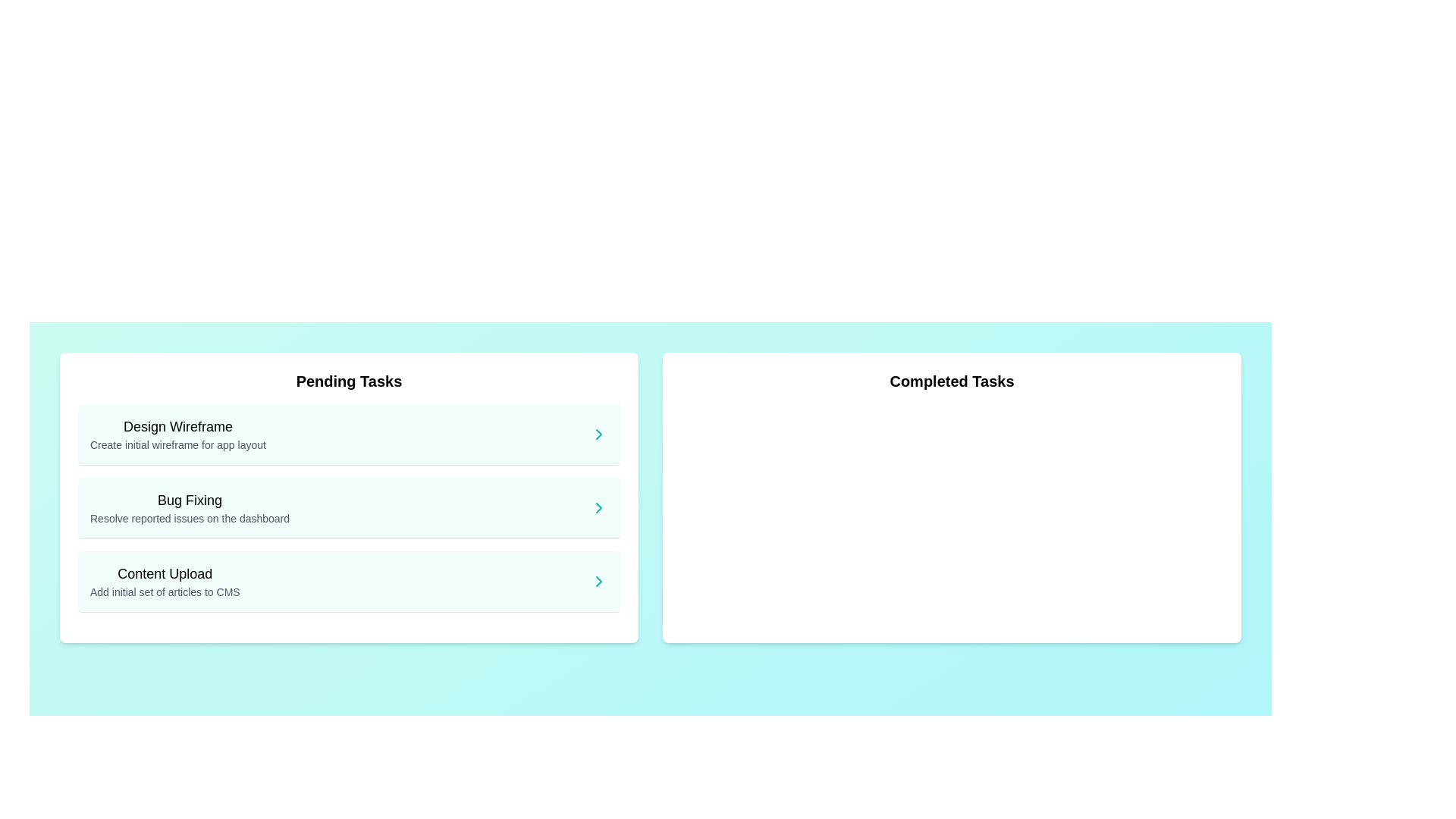  What do you see at coordinates (598, 508) in the screenshot?
I see `the Chevron icon located at the far-right within the 'Bug Fixing' task block in the 'Pending Tasks' list` at bounding box center [598, 508].